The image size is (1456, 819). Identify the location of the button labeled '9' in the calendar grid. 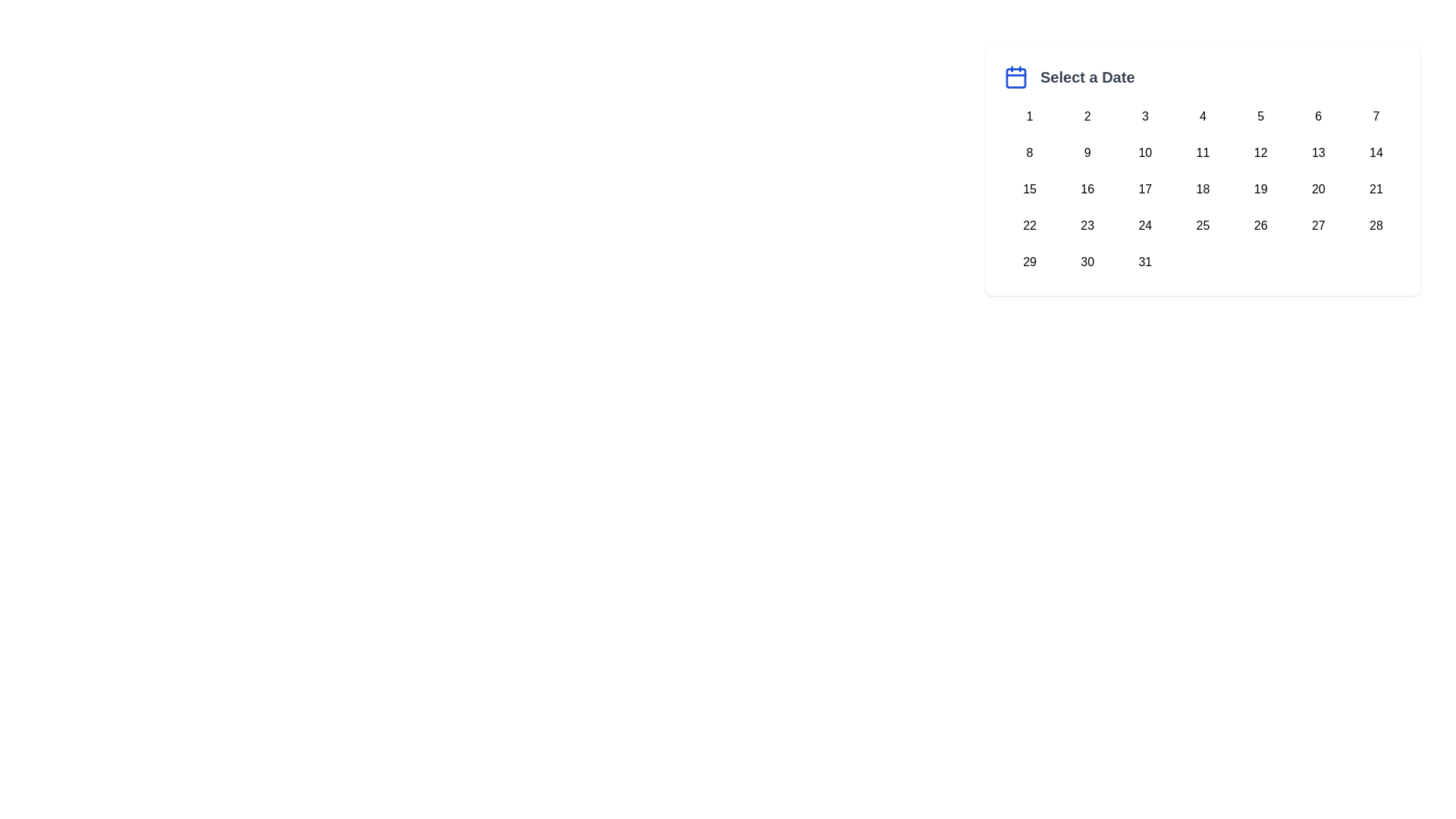
(1087, 152).